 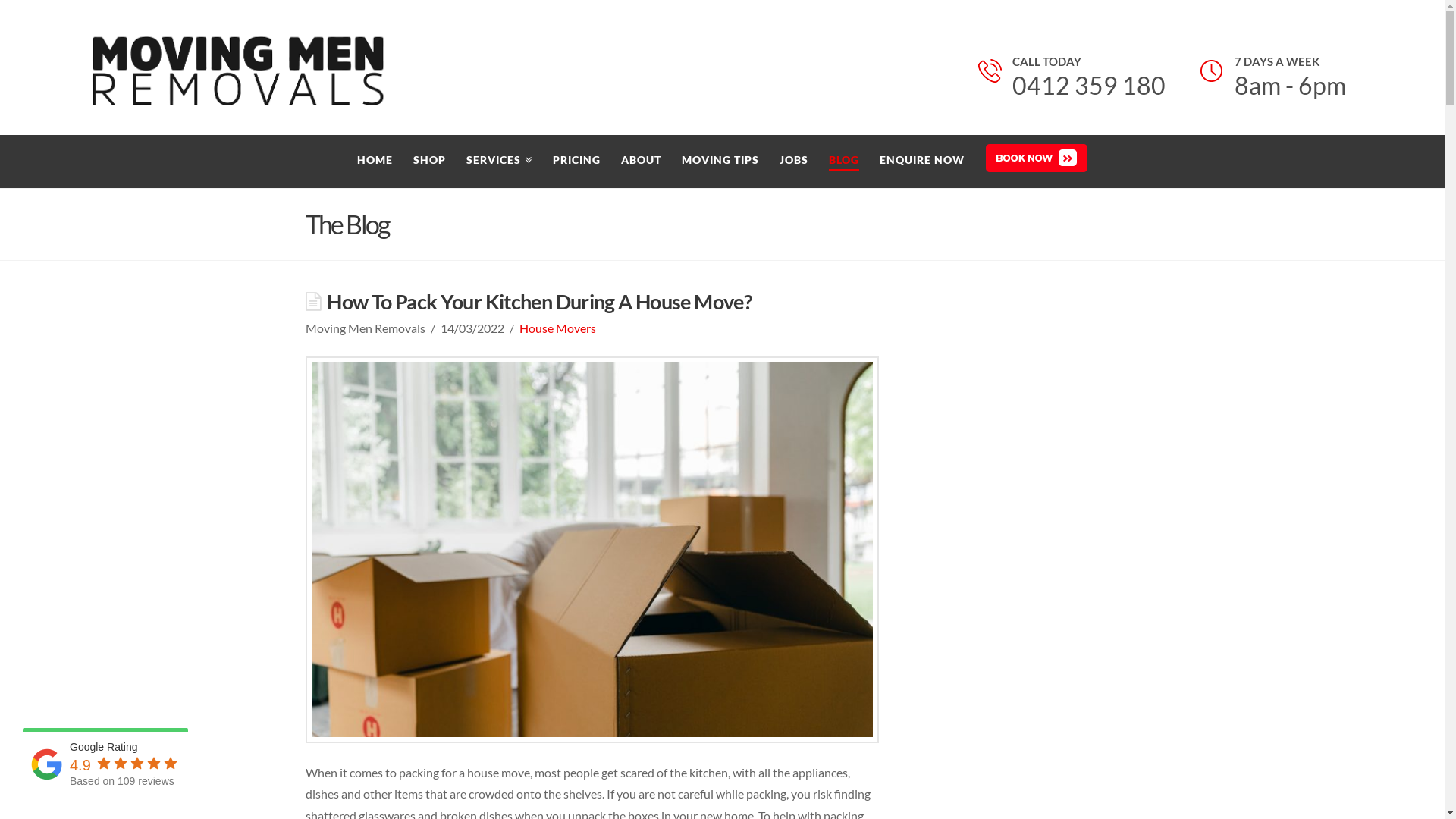 I want to click on 'MOVING TIPS', so click(x=719, y=161).